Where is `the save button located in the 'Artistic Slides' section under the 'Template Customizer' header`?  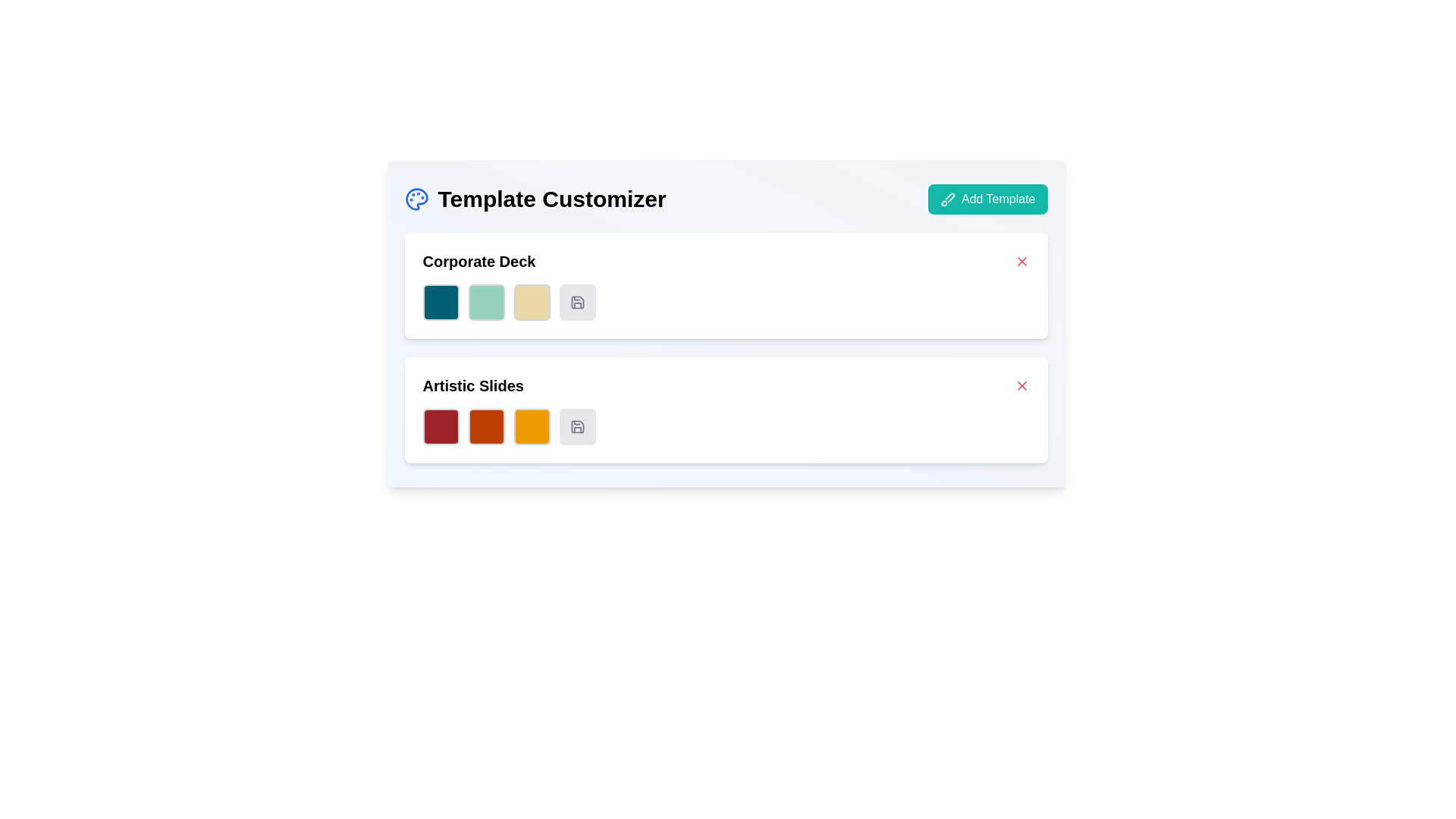
the save button located in the 'Artistic Slides' section under the 'Template Customizer' header is located at coordinates (576, 427).